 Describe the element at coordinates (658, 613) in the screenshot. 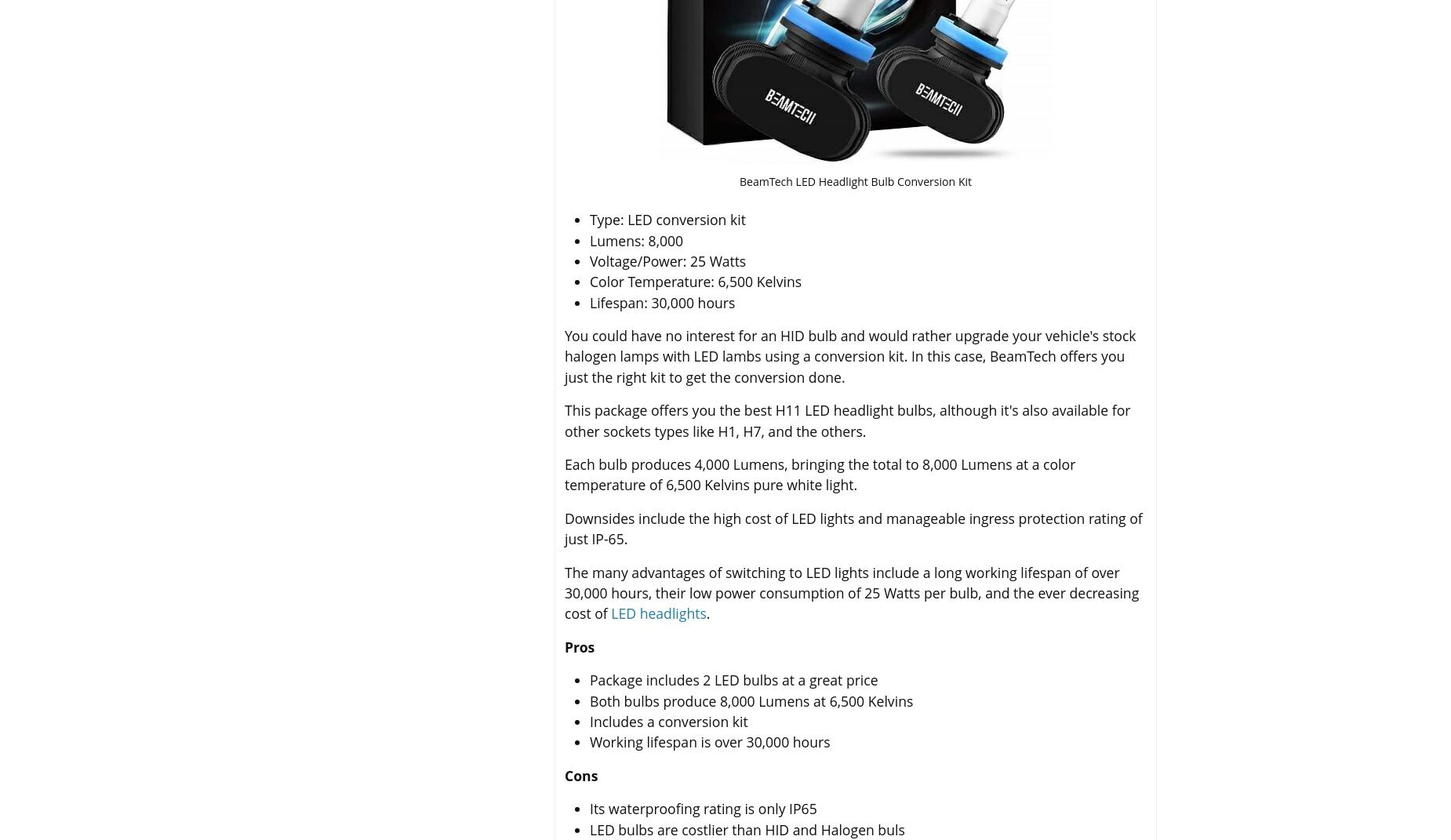

I see `'LED headlights'` at that location.